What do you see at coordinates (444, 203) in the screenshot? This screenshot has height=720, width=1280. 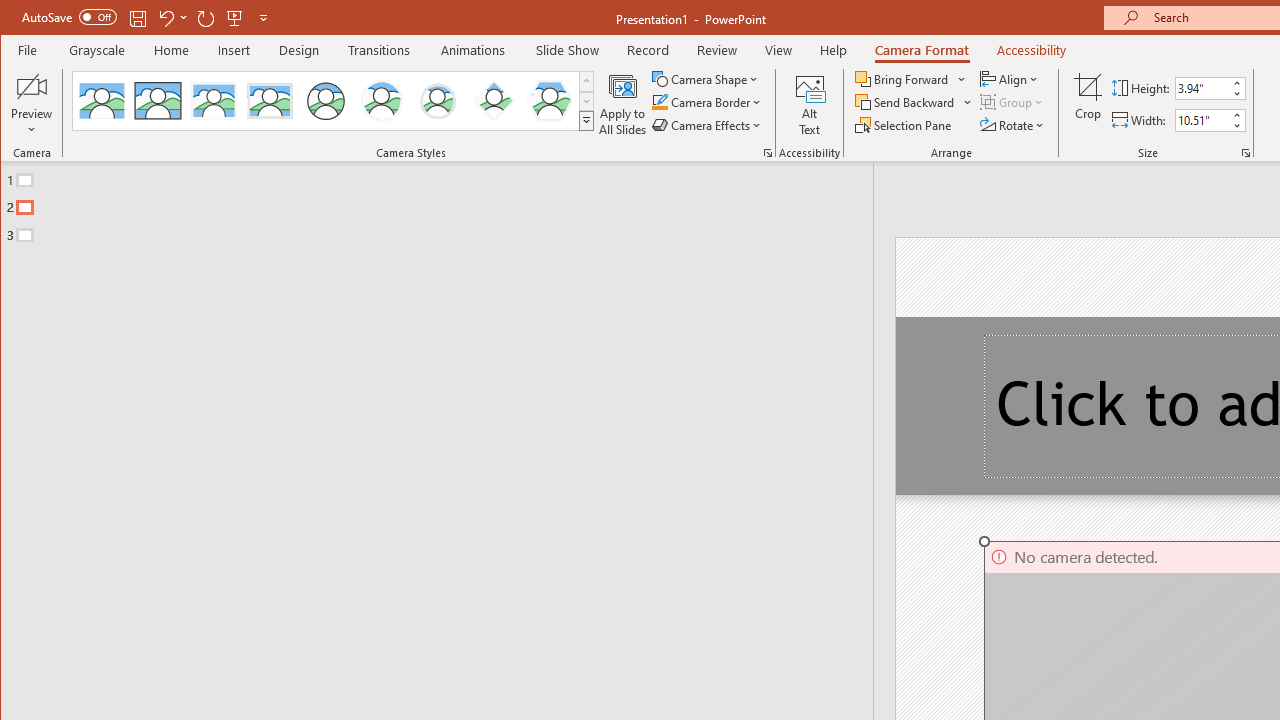 I see `'Outline'` at bounding box center [444, 203].